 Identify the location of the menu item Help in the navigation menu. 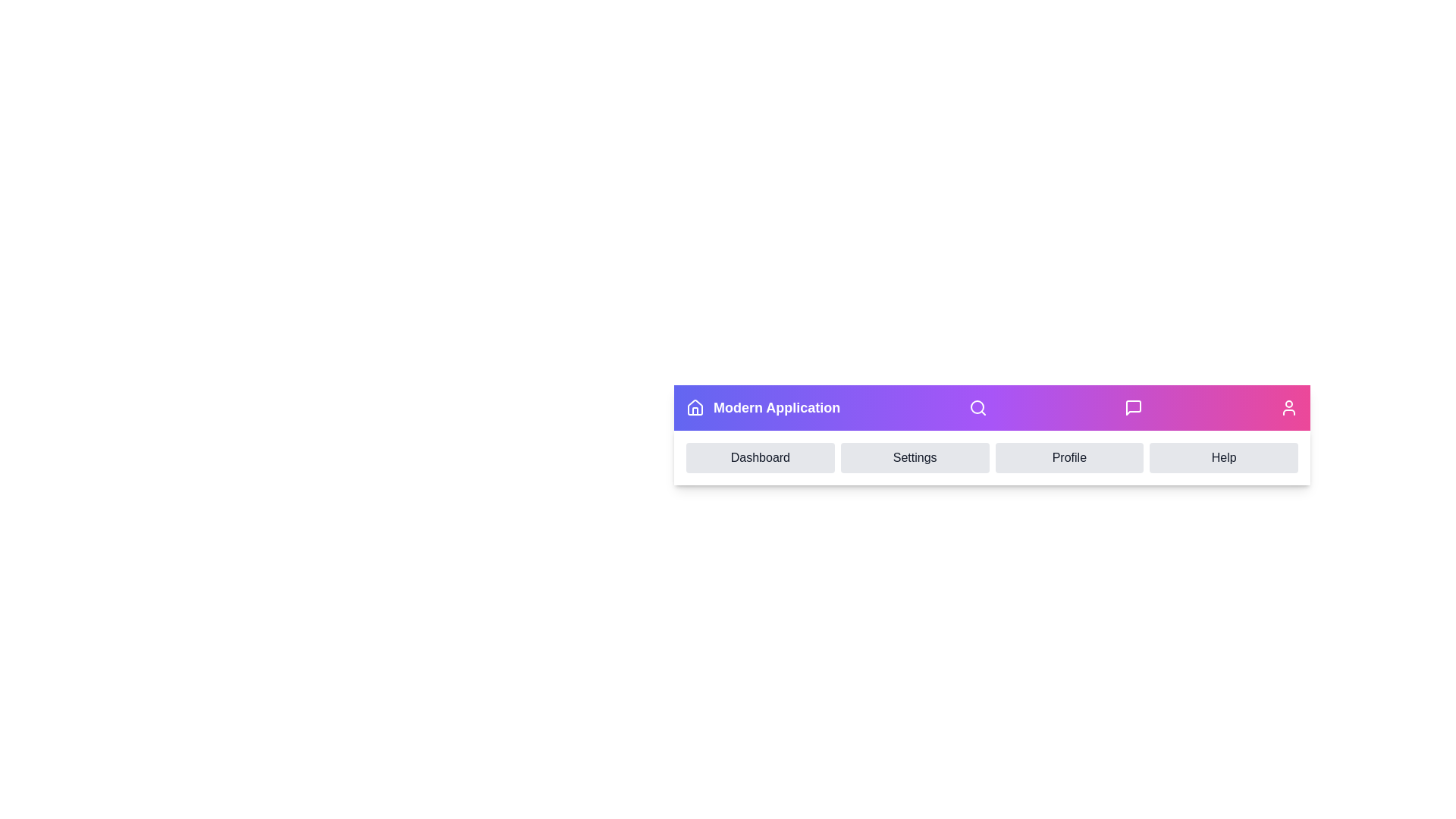
(1224, 457).